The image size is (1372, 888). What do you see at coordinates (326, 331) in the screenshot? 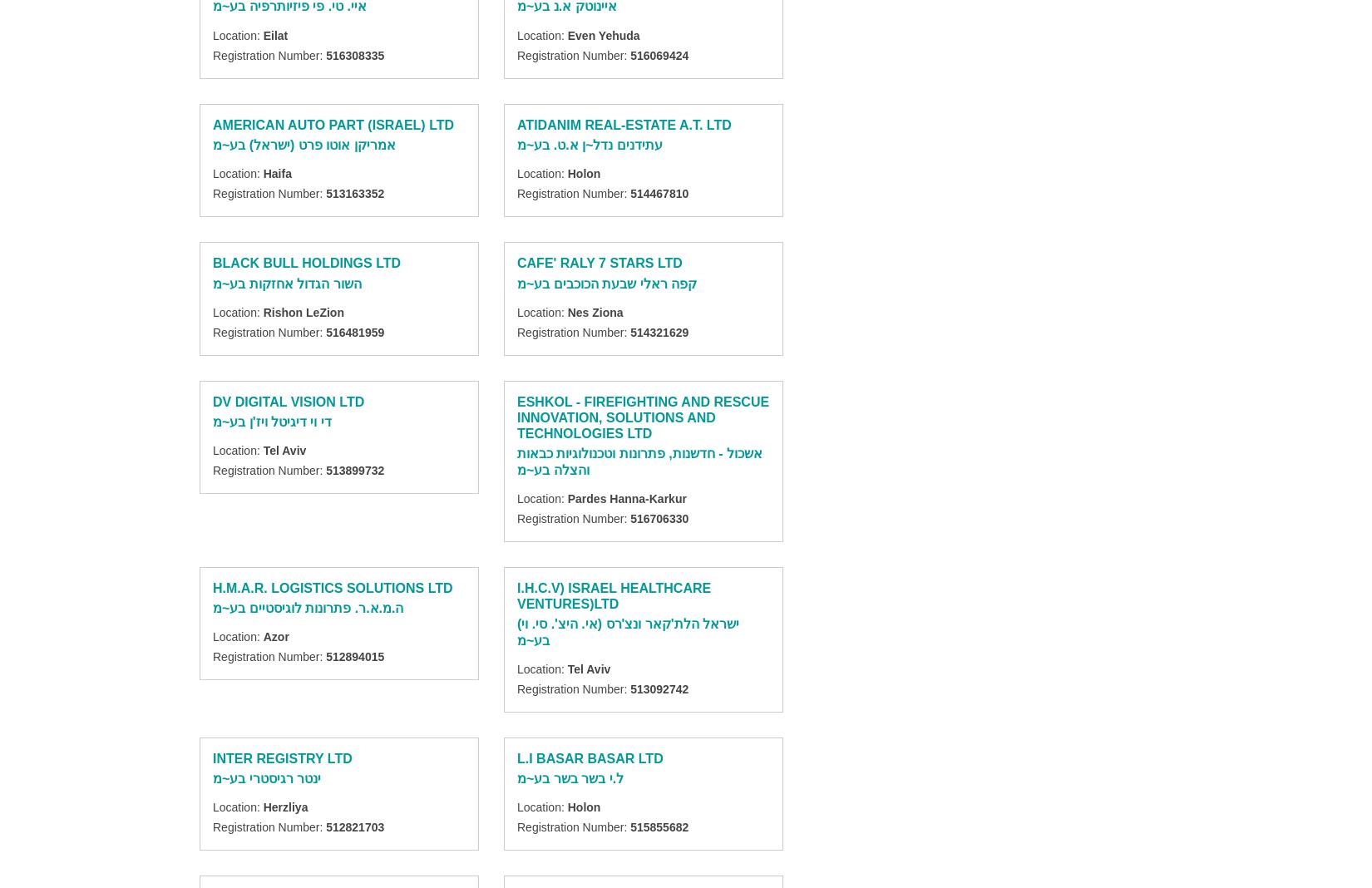
I see `'516481959'` at bounding box center [326, 331].